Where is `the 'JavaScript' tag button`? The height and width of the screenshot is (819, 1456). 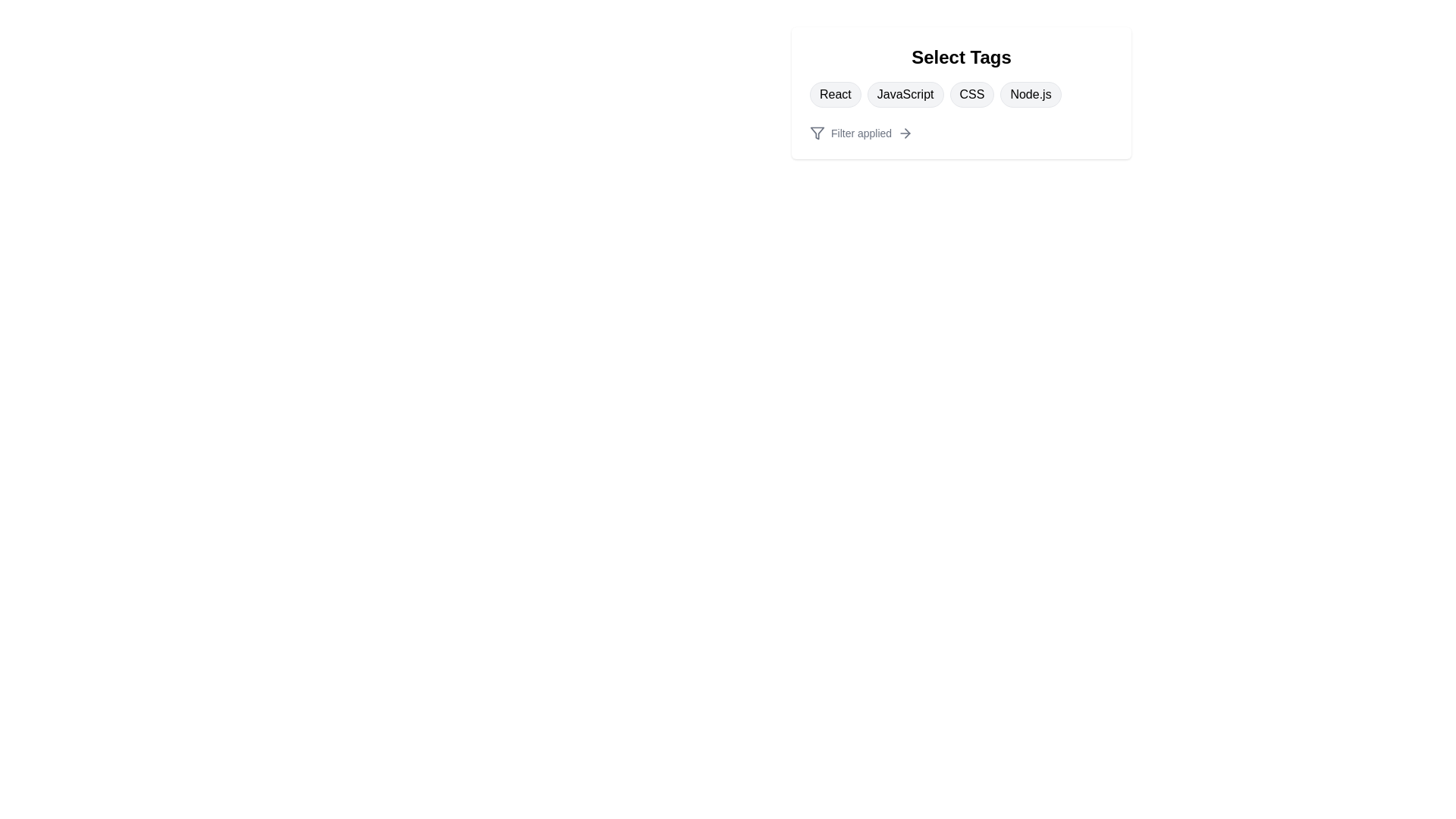 the 'JavaScript' tag button is located at coordinates (905, 94).